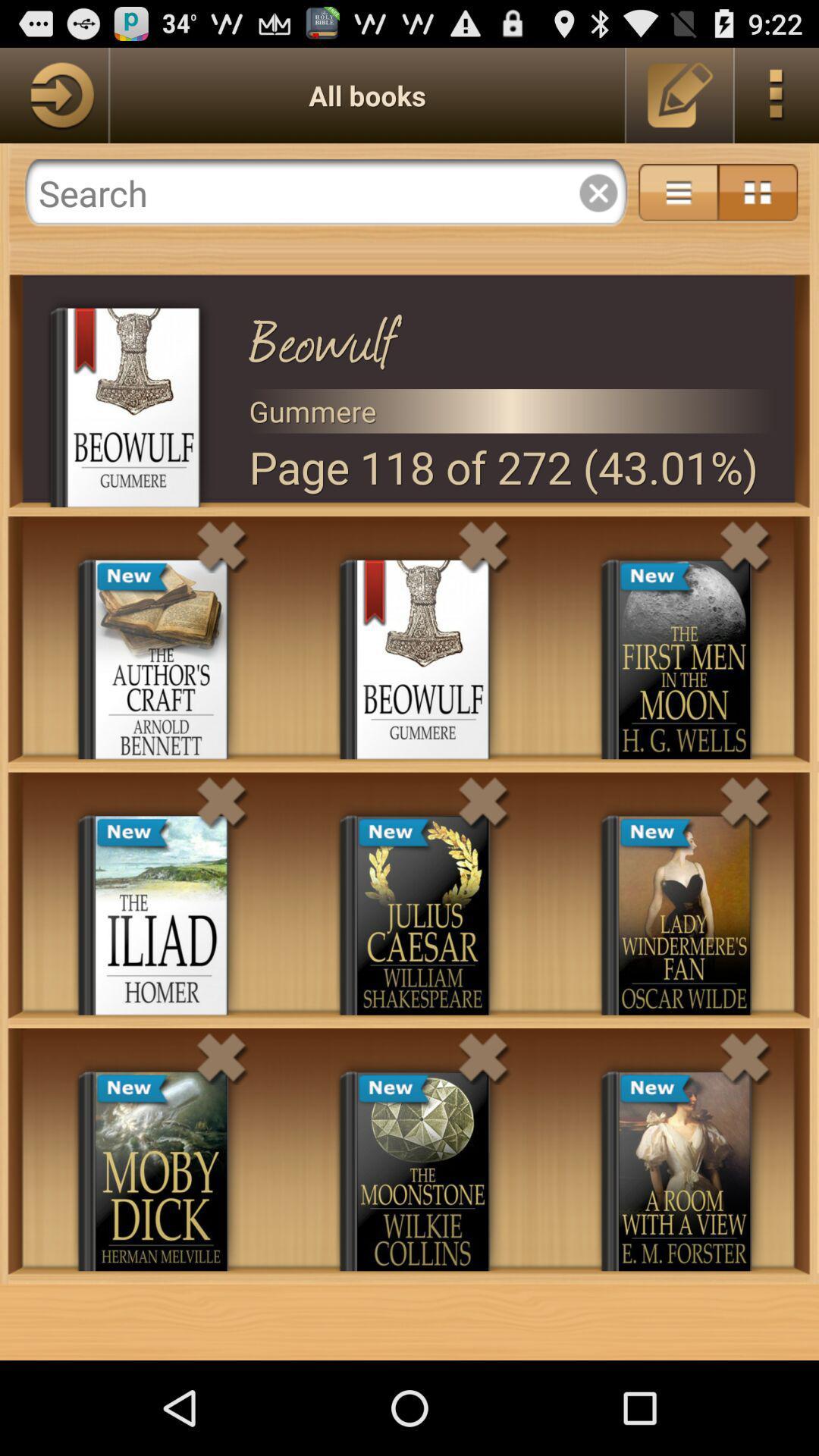 The width and height of the screenshot is (819, 1456). Describe the element at coordinates (679, 101) in the screenshot. I see `the edit icon` at that location.